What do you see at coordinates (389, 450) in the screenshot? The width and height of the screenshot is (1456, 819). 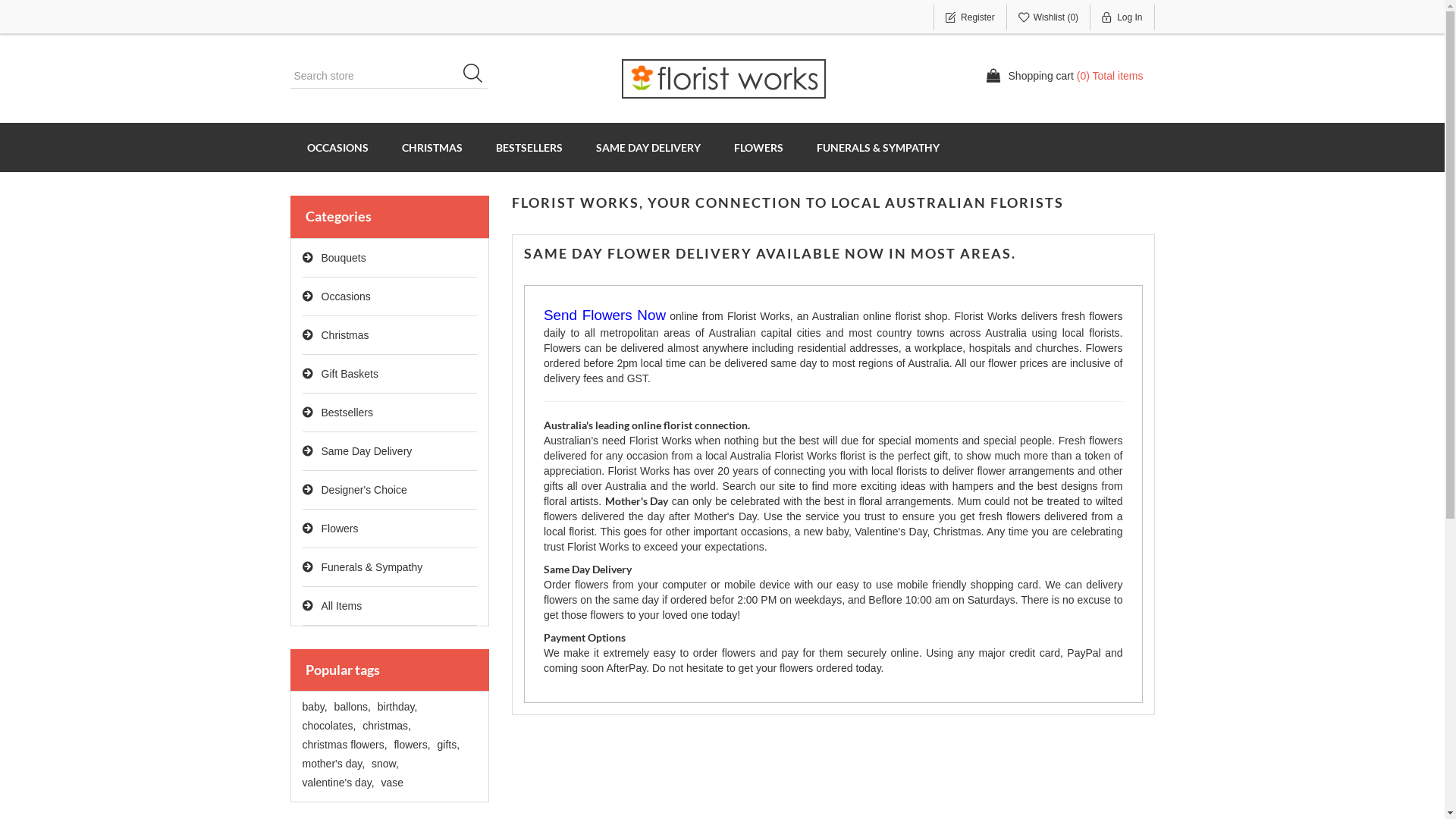 I see `'Same Day Delivery'` at bounding box center [389, 450].